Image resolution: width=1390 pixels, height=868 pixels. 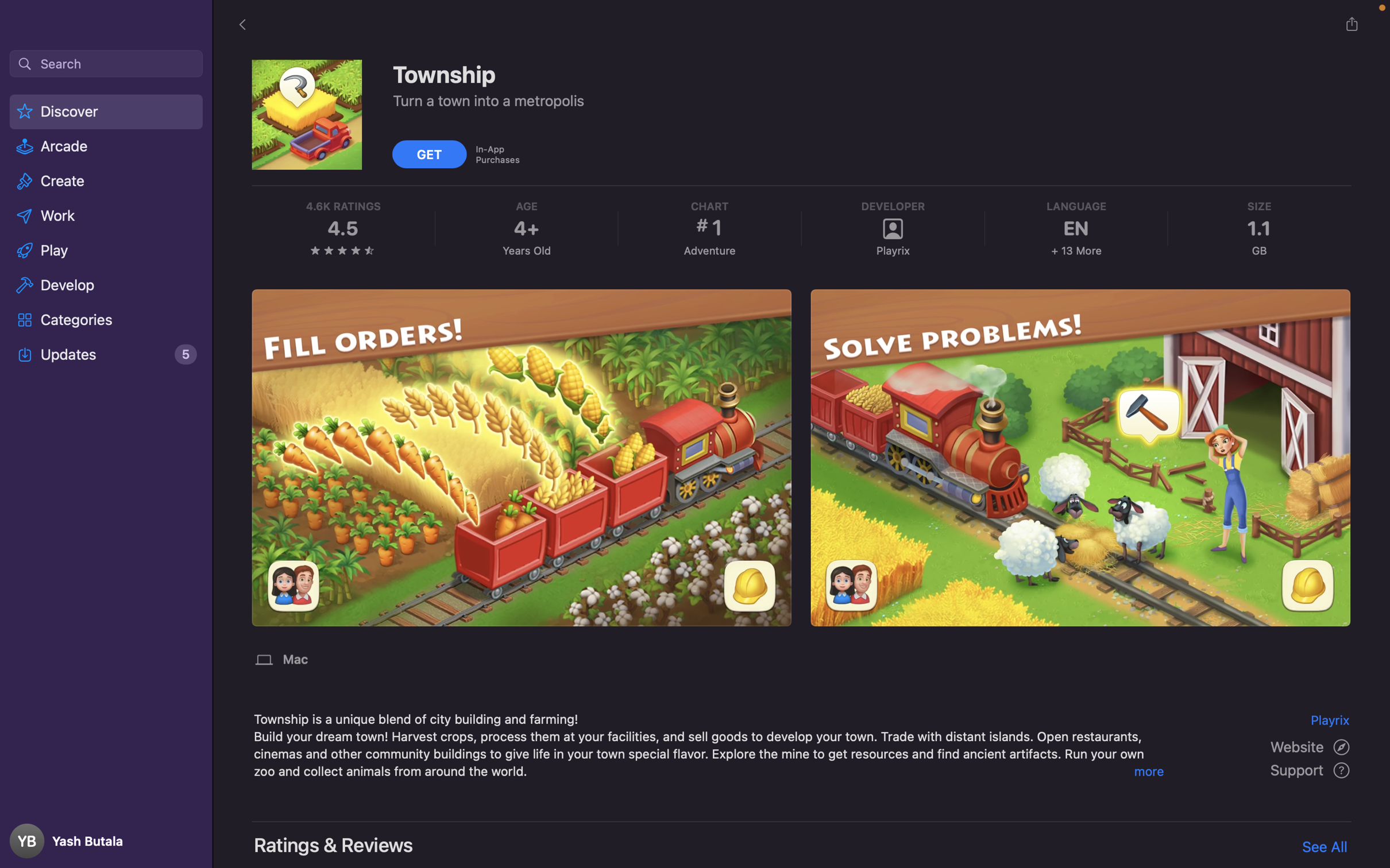 I want to click on the web platform for the application, so click(x=1311, y=746).